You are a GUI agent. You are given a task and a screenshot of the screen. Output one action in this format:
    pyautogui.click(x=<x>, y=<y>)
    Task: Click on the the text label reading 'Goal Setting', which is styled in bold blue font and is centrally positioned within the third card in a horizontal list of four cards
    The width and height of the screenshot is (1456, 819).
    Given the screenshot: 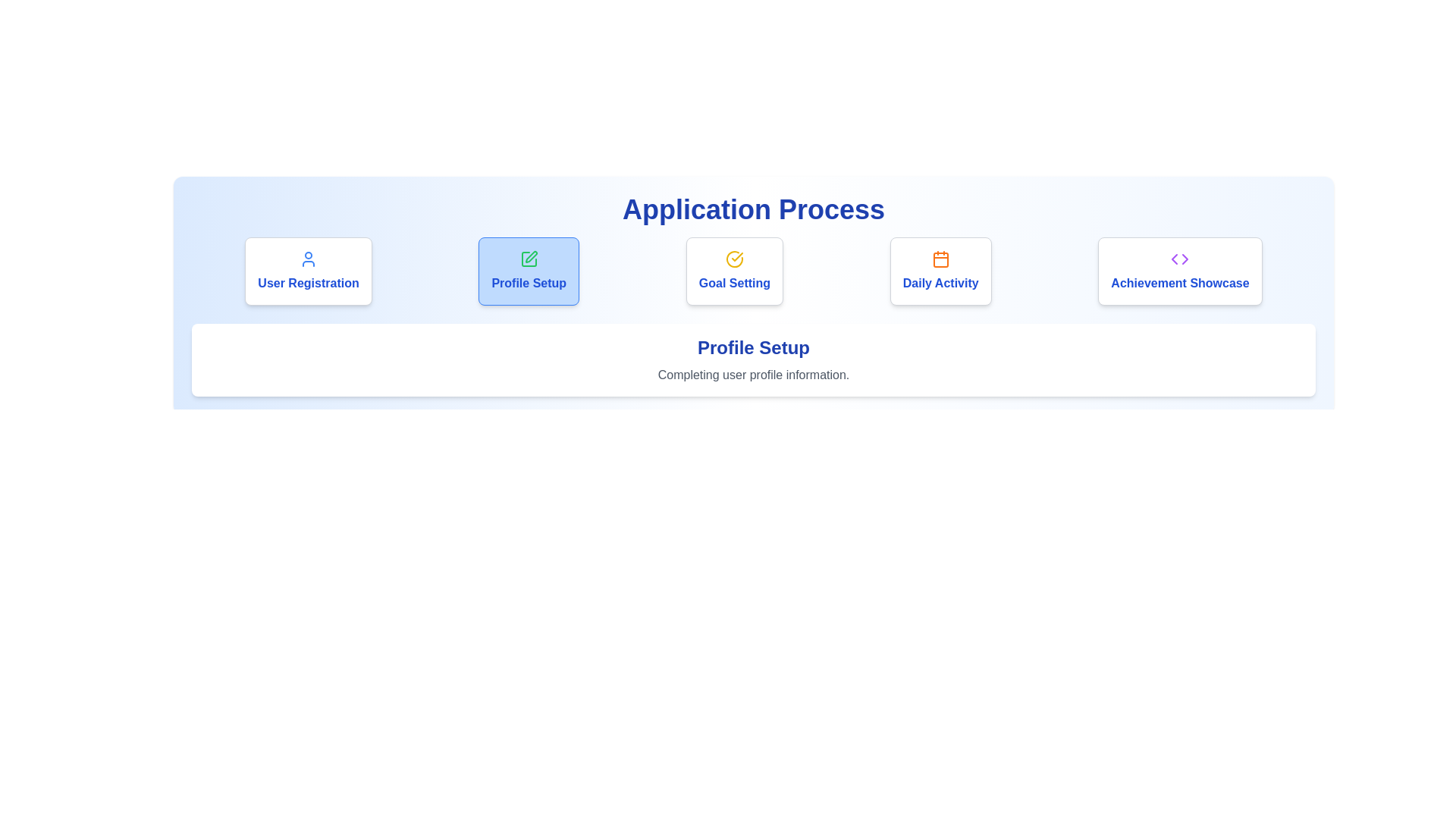 What is the action you would take?
    pyautogui.click(x=735, y=284)
    